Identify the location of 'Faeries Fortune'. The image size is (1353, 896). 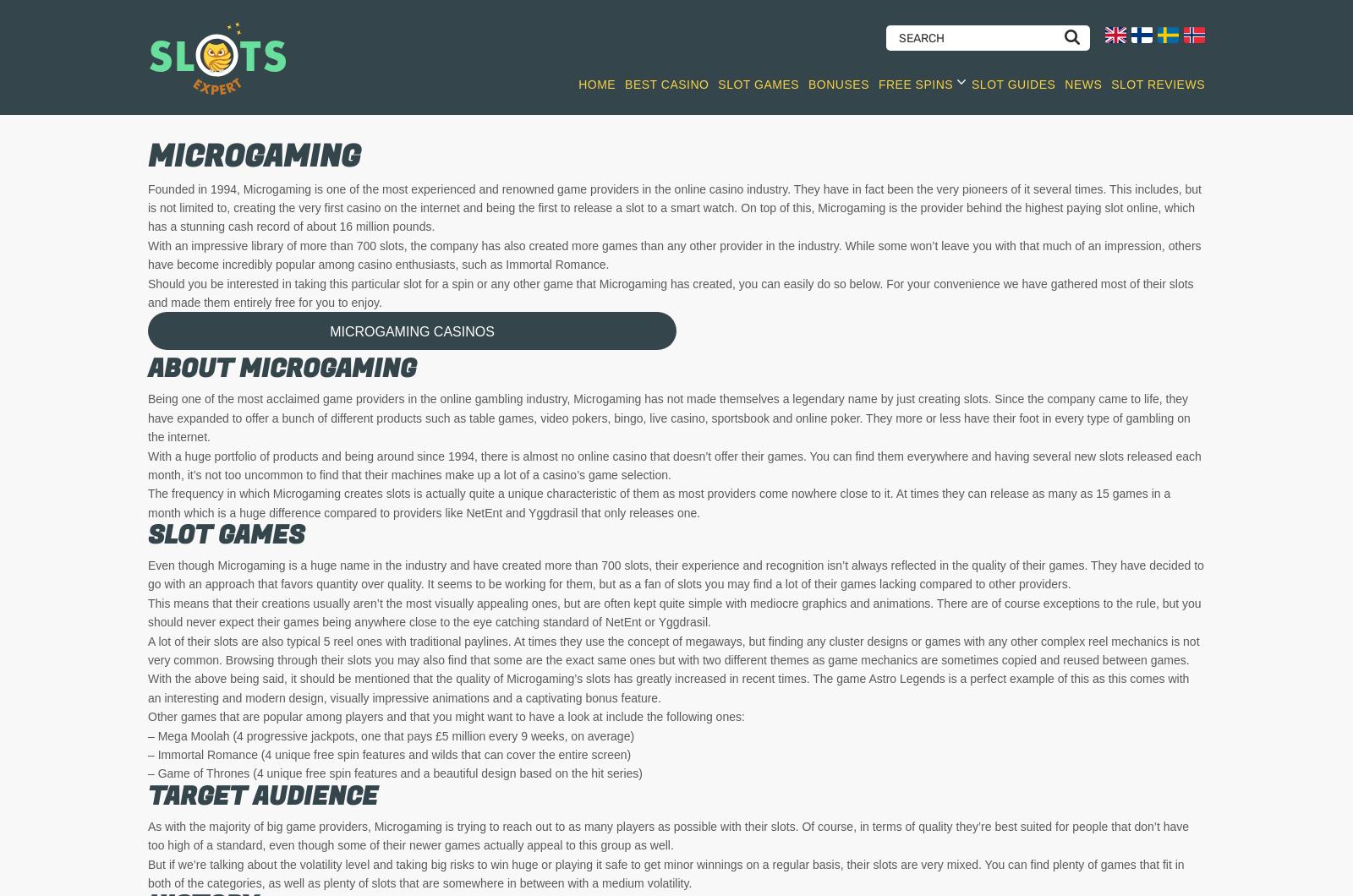
(1115, 331).